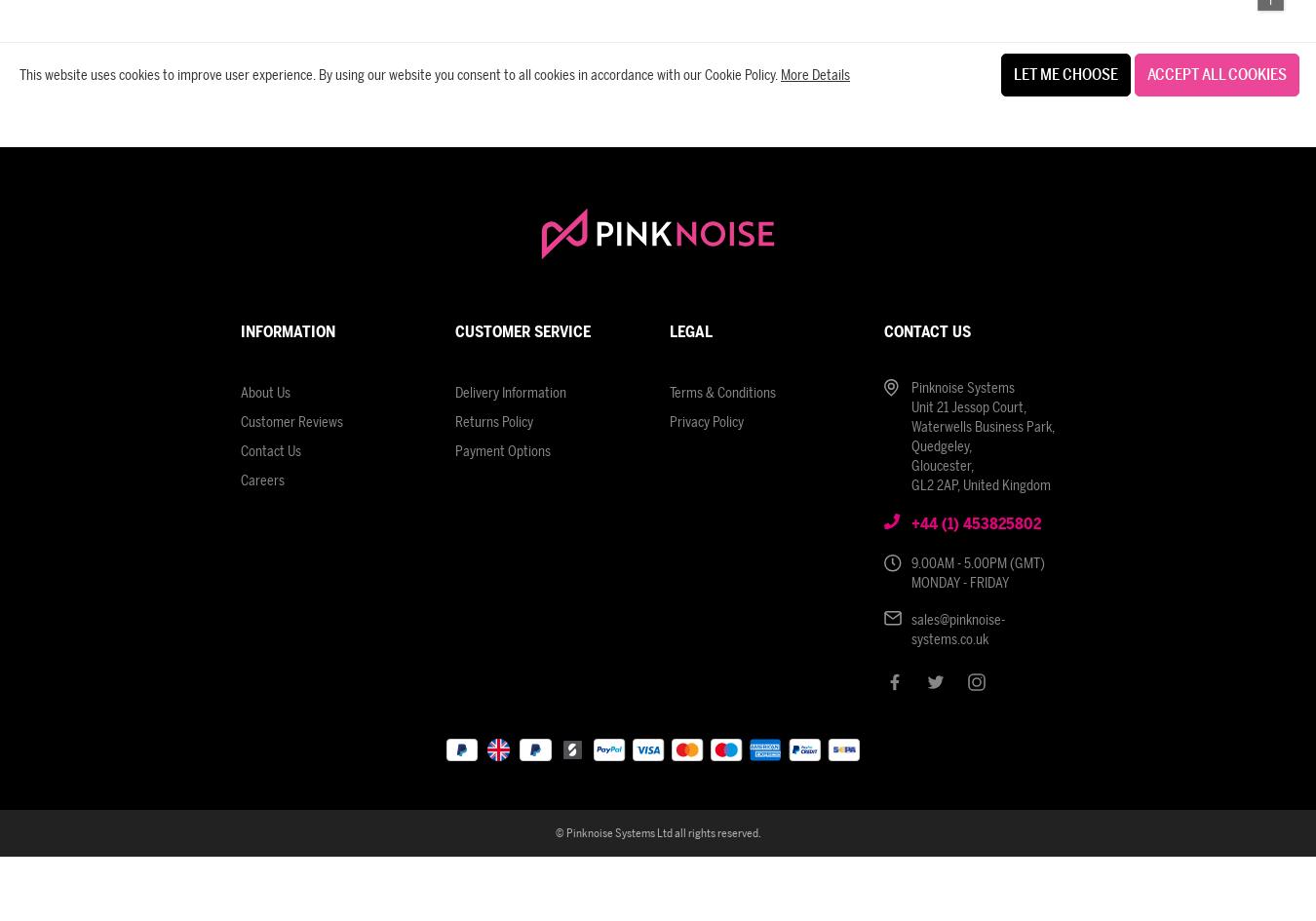  What do you see at coordinates (941, 446) in the screenshot?
I see `'Quedgeley,'` at bounding box center [941, 446].